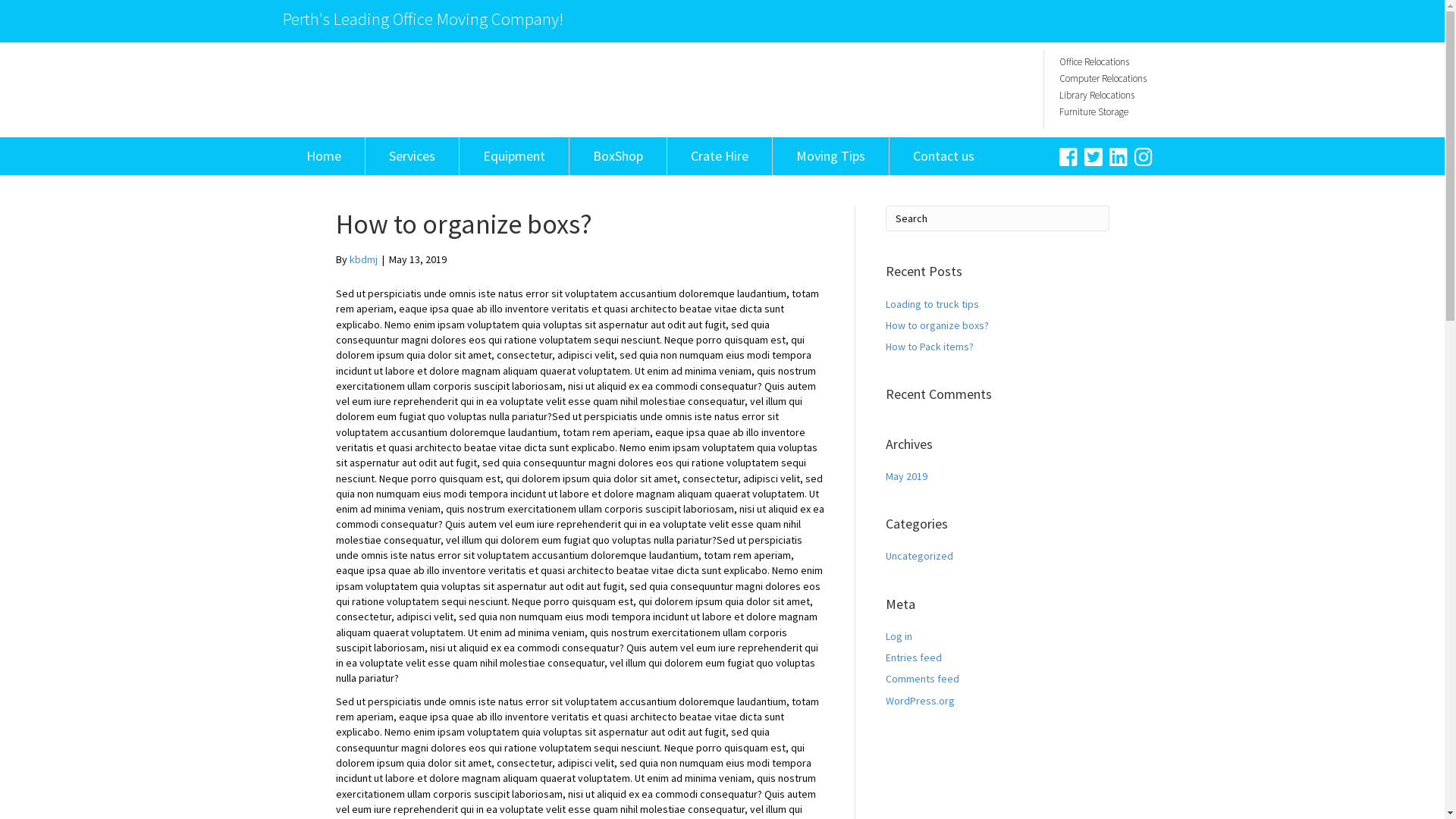  I want to click on 'How to Pack items?', so click(928, 346).